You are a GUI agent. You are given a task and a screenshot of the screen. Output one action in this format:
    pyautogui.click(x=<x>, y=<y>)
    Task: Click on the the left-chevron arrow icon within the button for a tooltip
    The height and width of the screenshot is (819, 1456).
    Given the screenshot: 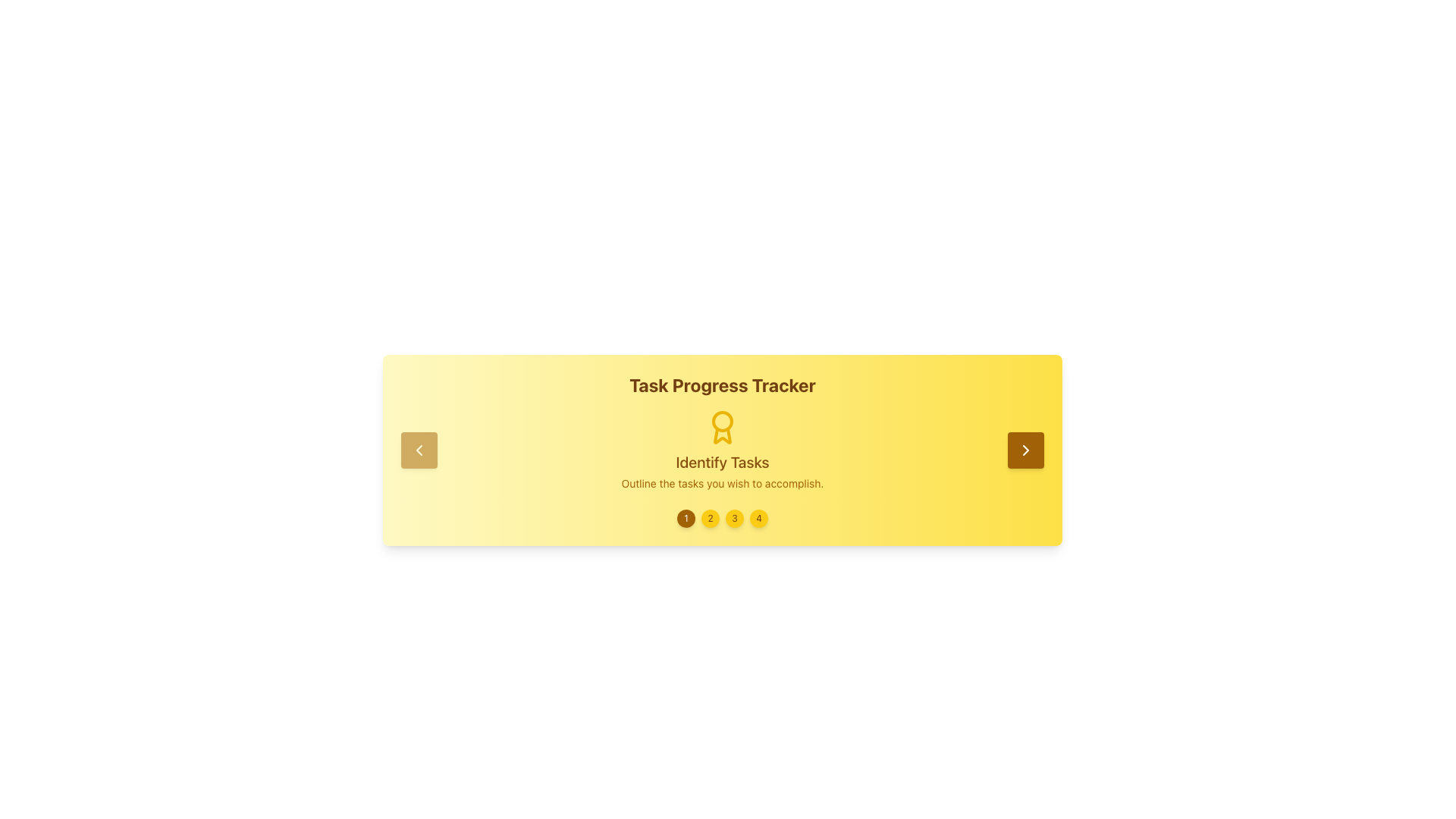 What is the action you would take?
    pyautogui.click(x=419, y=450)
    